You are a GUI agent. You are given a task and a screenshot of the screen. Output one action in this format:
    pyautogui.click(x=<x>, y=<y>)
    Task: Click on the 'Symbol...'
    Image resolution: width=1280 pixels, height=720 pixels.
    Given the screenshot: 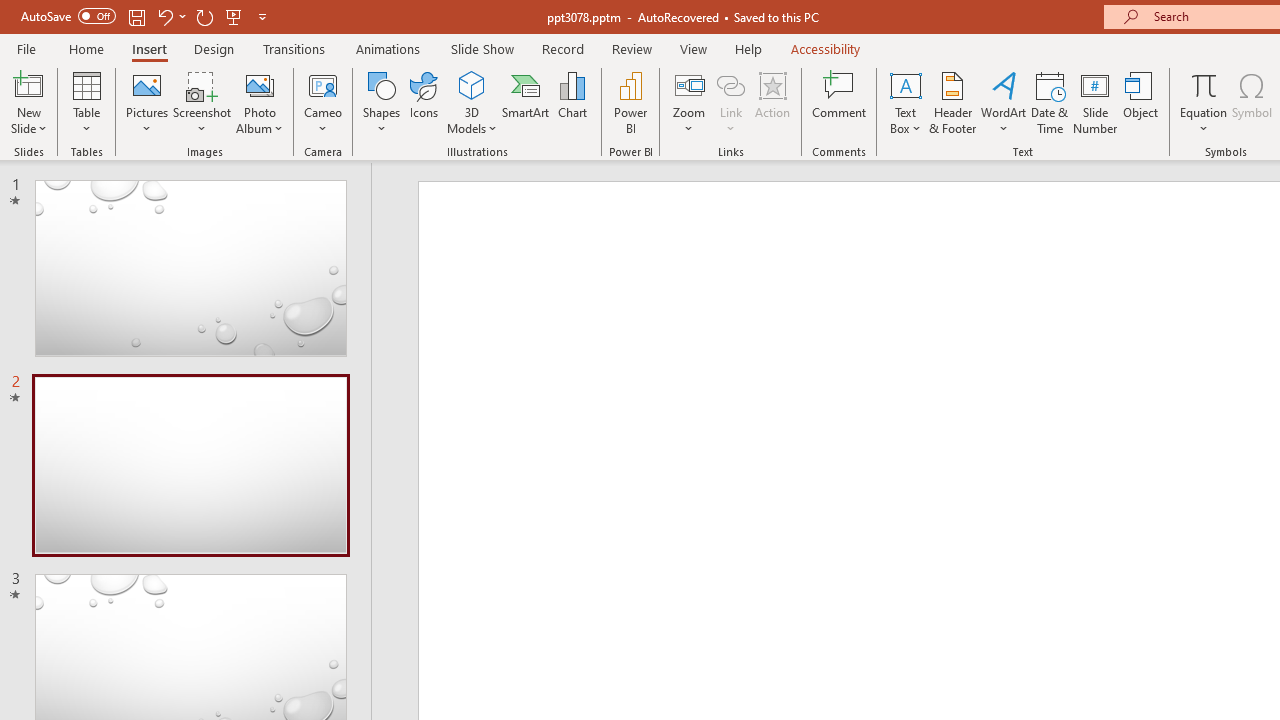 What is the action you would take?
    pyautogui.click(x=1251, y=103)
    